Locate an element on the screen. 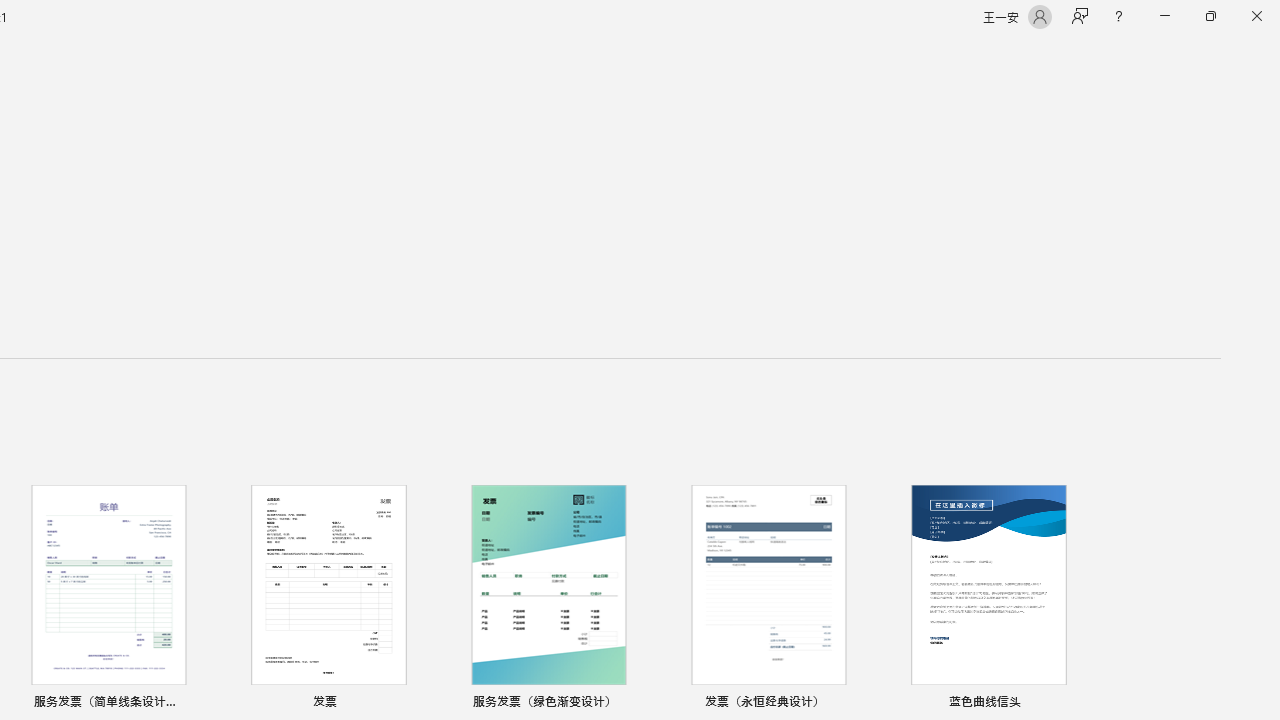  'Close' is located at coordinates (1255, 16).